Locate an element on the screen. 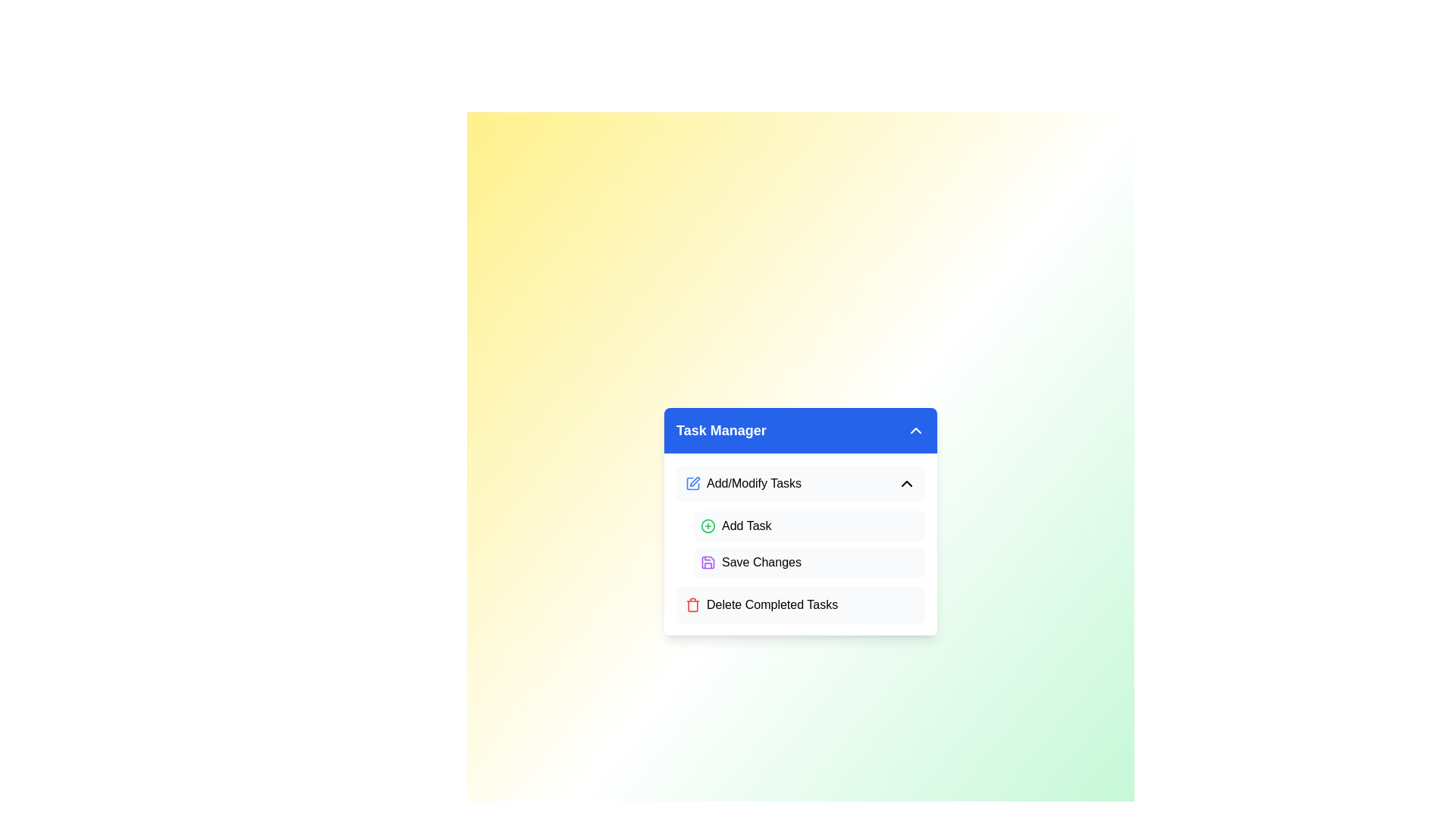  the text label displaying 'Add Task' which is part of a button-like interactive unit located in the 'Task Manager' panel is located at coordinates (746, 526).